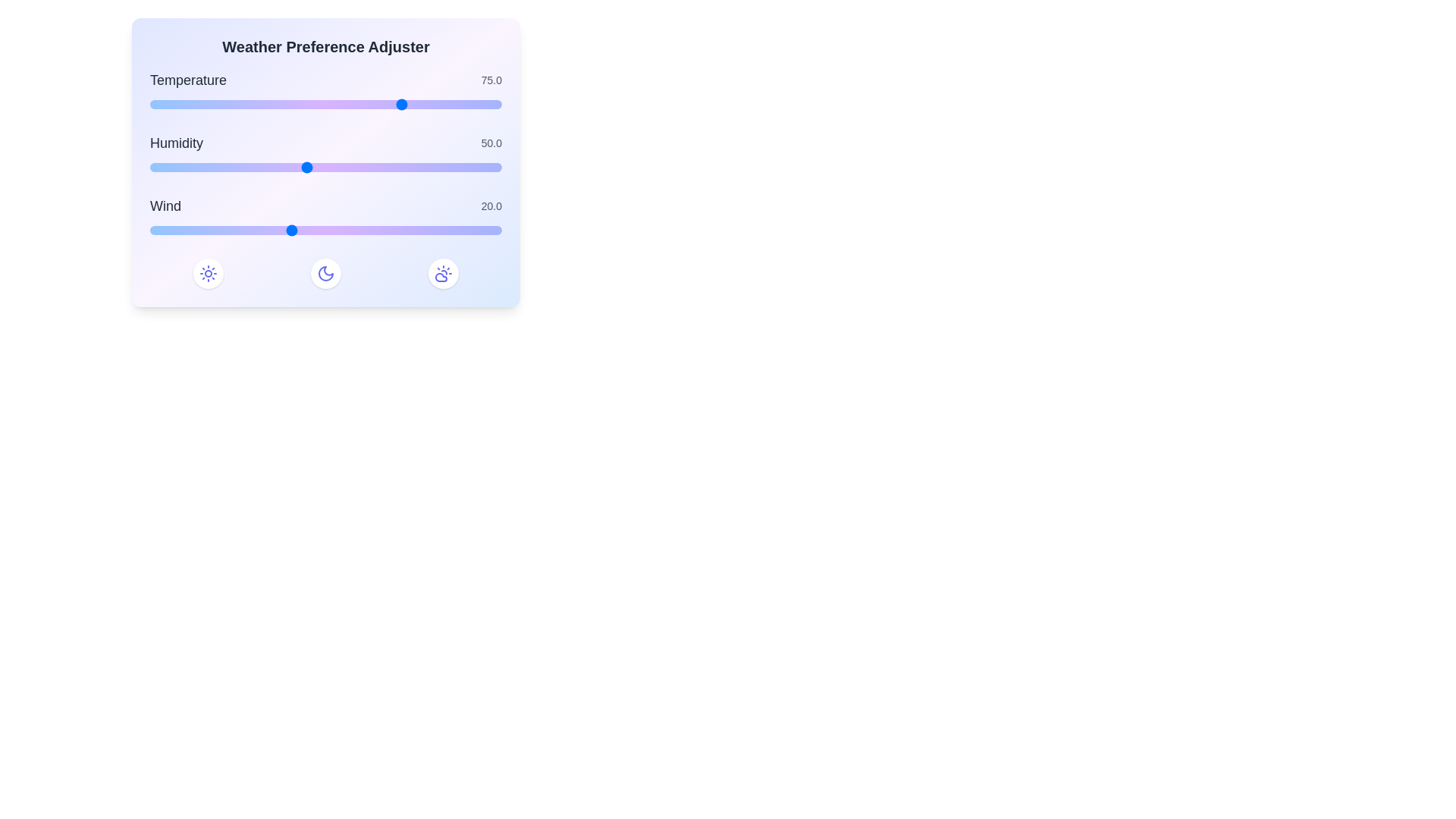  What do you see at coordinates (325, 218) in the screenshot?
I see `the slider control labeled 'Wind' to set a value, which is visually represented by a gradient-colored slider and a numerical value display of '20.0'` at bounding box center [325, 218].